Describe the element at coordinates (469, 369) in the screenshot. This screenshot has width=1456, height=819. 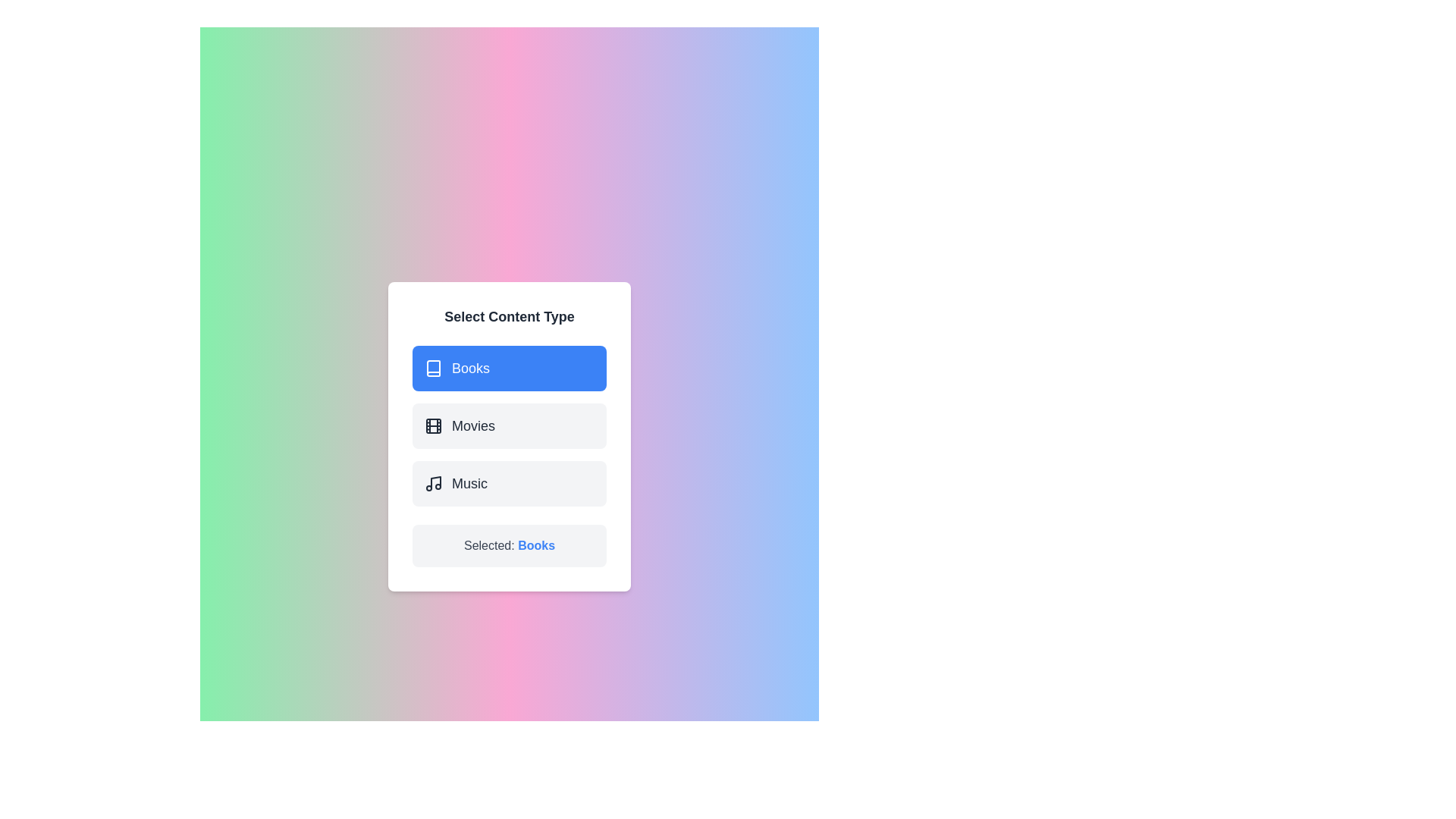
I see `the 'Books' text label that is positioned to the right of the book icon inside the blue button at the top of the options list` at that location.